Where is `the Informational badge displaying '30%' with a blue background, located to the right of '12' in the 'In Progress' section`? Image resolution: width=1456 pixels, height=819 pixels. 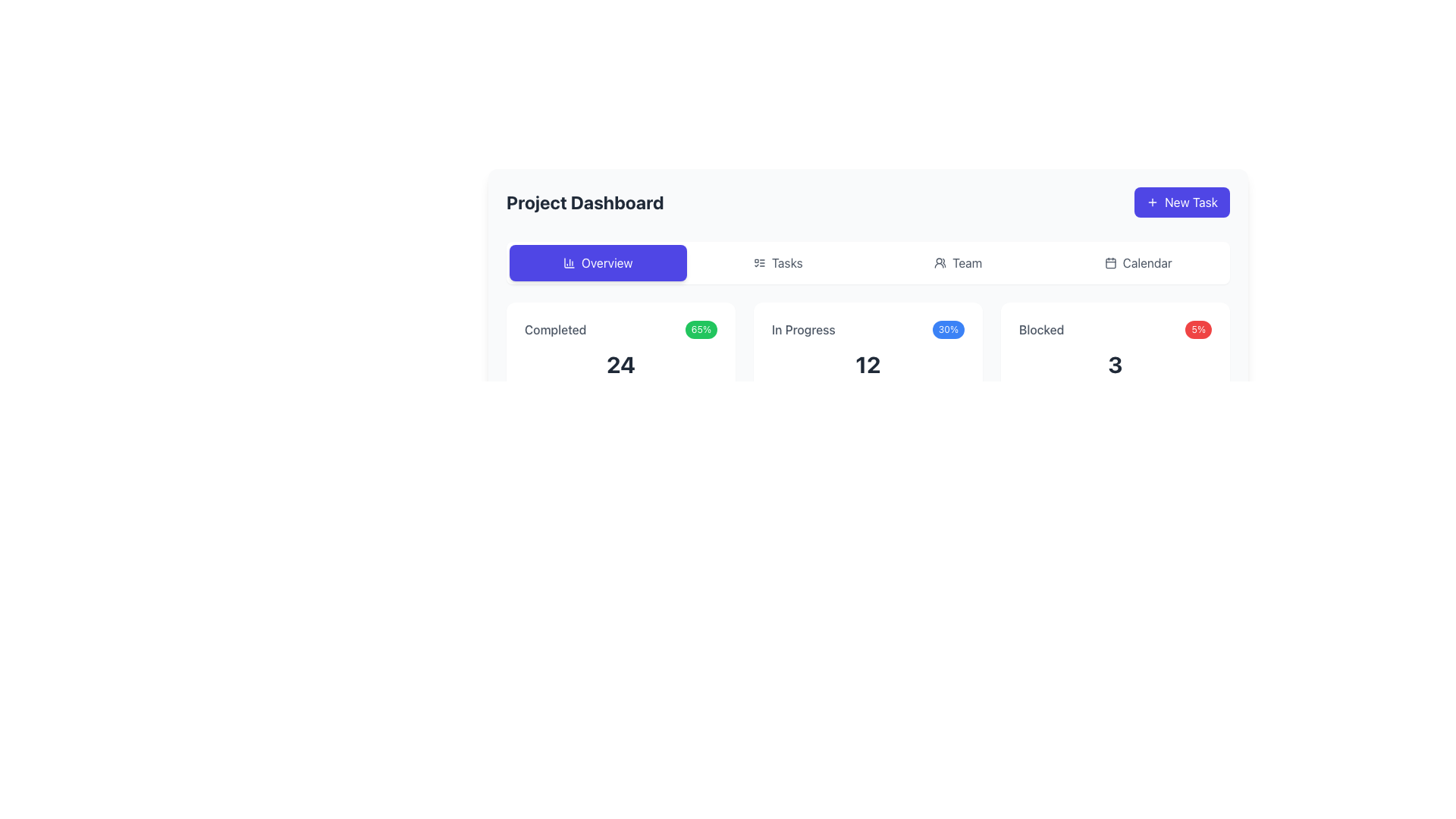 the Informational badge displaying '30%' with a blue background, located to the right of '12' in the 'In Progress' section is located at coordinates (947, 329).